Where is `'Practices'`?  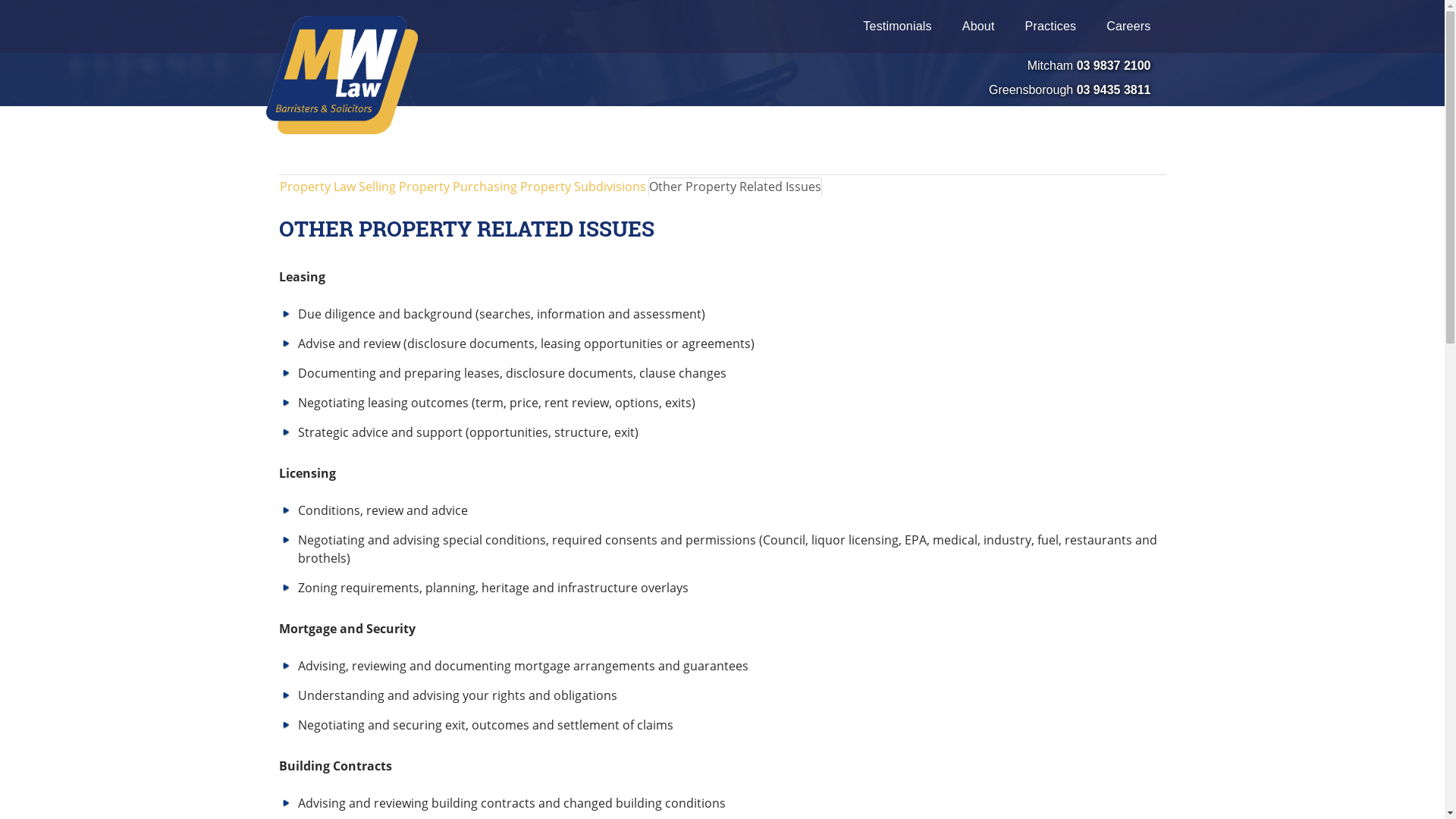 'Practices' is located at coordinates (1009, 26).